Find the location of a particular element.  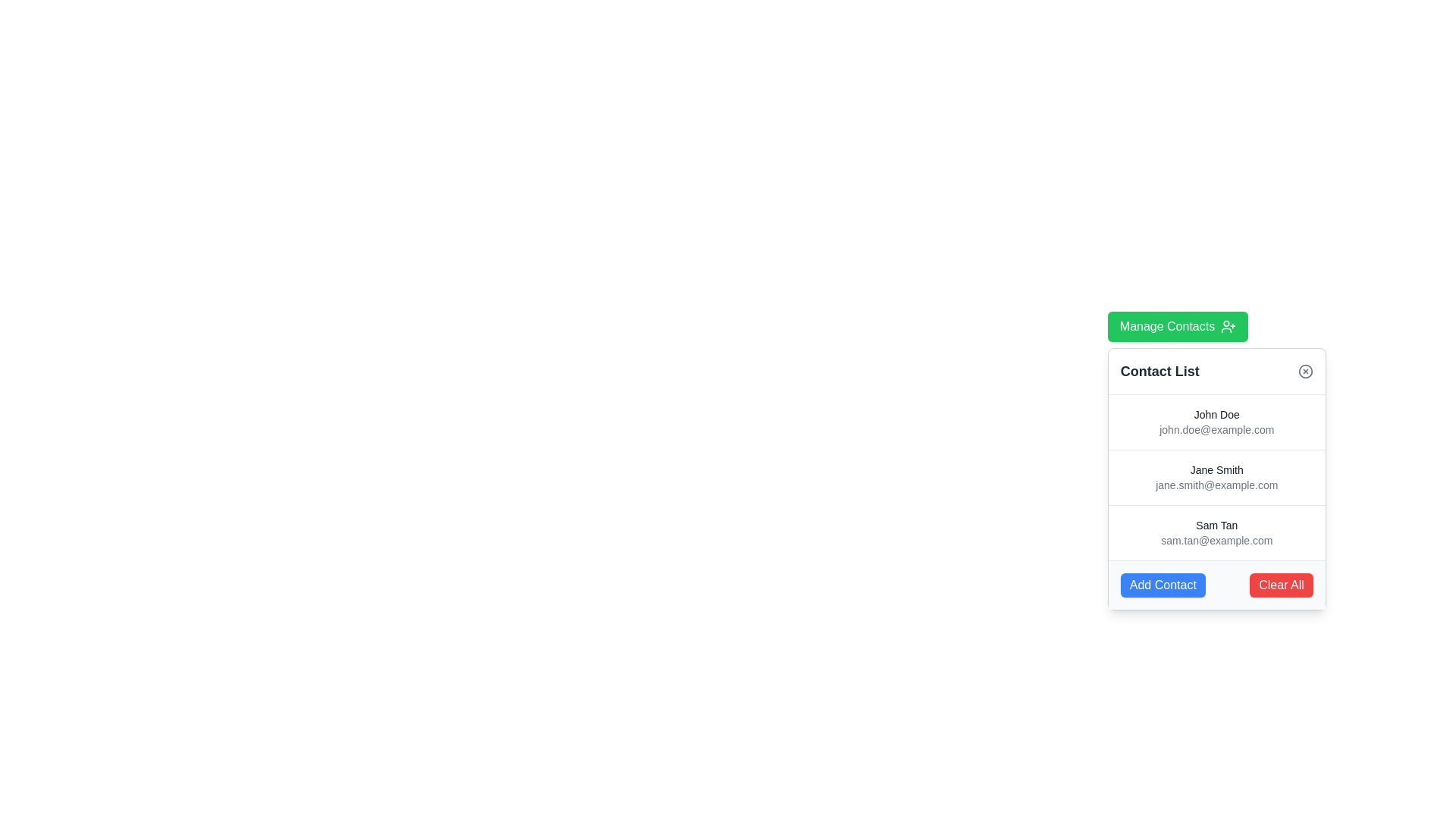

the text element displaying the email address 'jane.smith@example.com', which is positioned below 'Jane Smith' in the contact list item is located at coordinates (1216, 485).